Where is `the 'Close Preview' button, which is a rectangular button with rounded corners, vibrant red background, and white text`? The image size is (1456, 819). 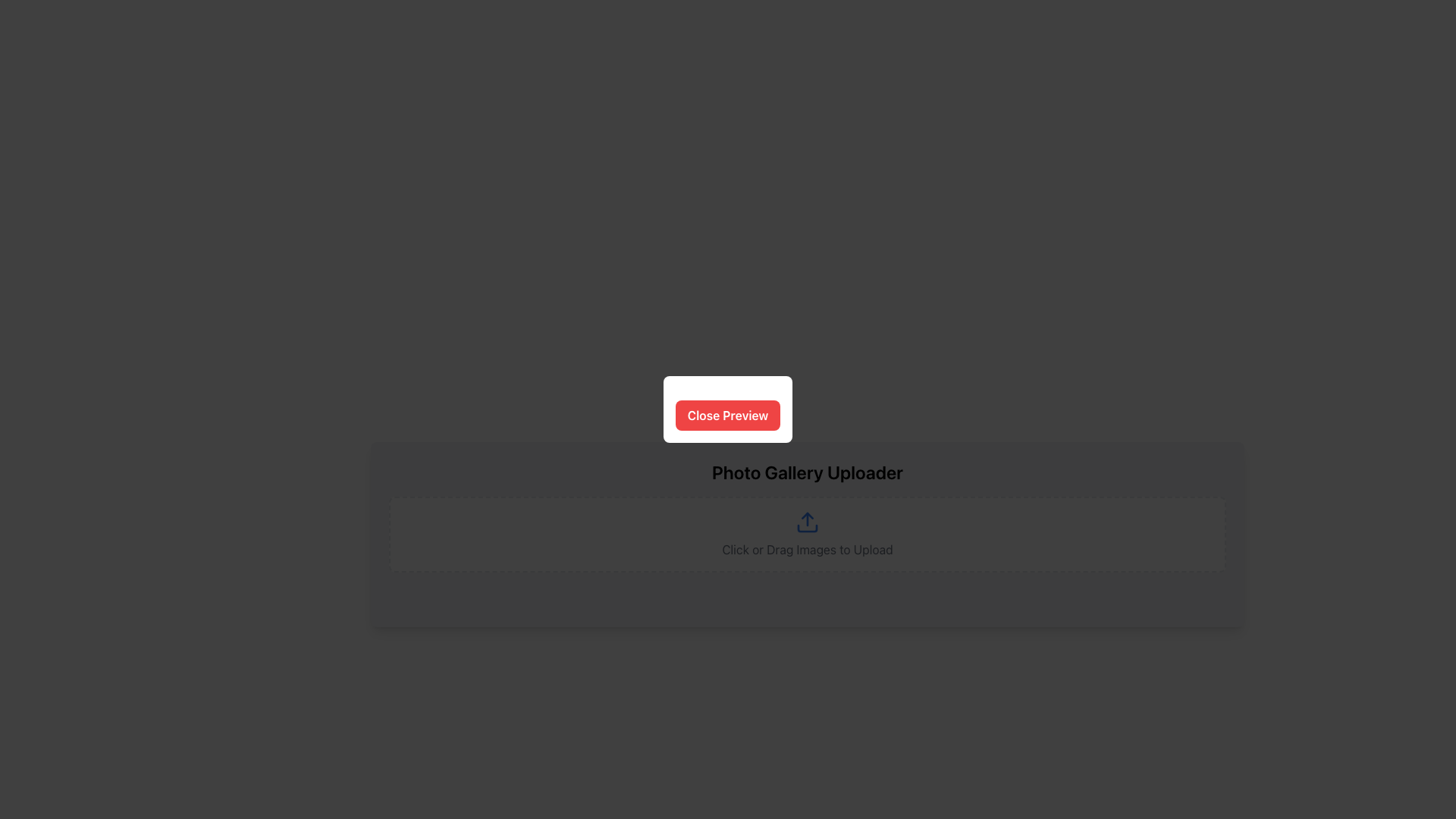 the 'Close Preview' button, which is a rectangular button with rounded corners, vibrant red background, and white text is located at coordinates (728, 415).